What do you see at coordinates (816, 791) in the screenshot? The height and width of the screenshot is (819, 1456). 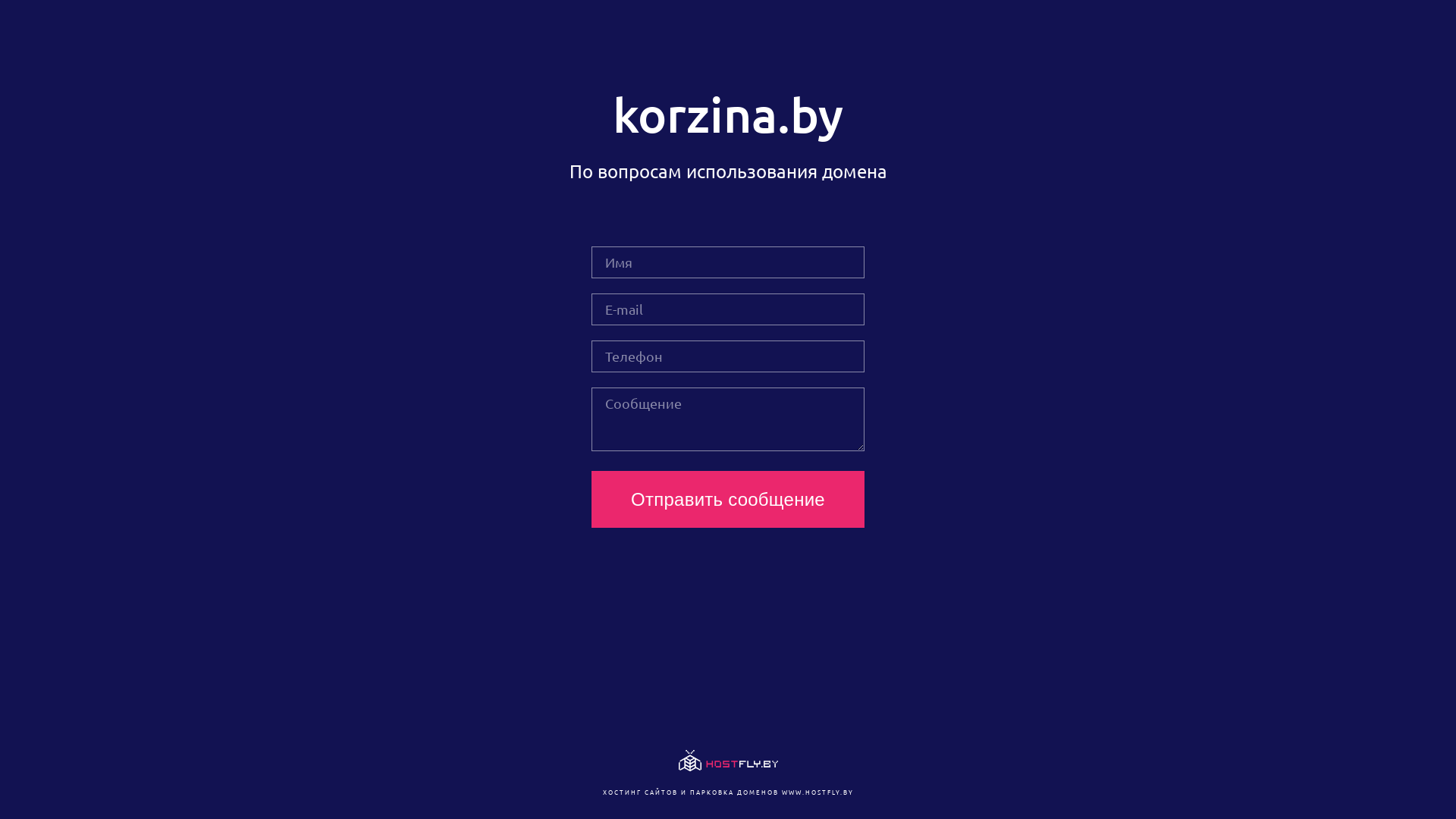 I see `'WWW.HOSTFLY.BY'` at bounding box center [816, 791].